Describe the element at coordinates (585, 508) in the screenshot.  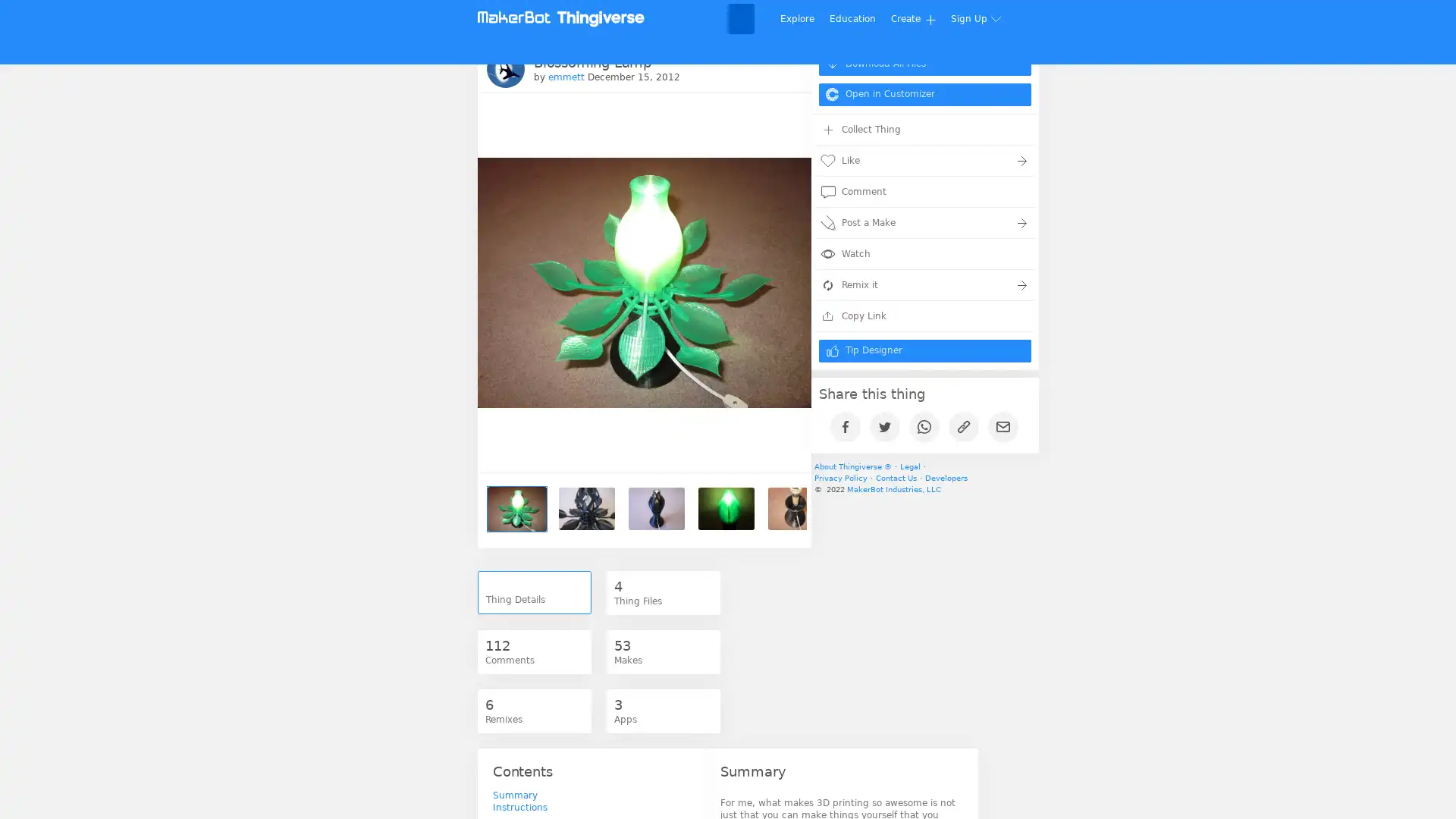
I see `slide item 2` at that location.